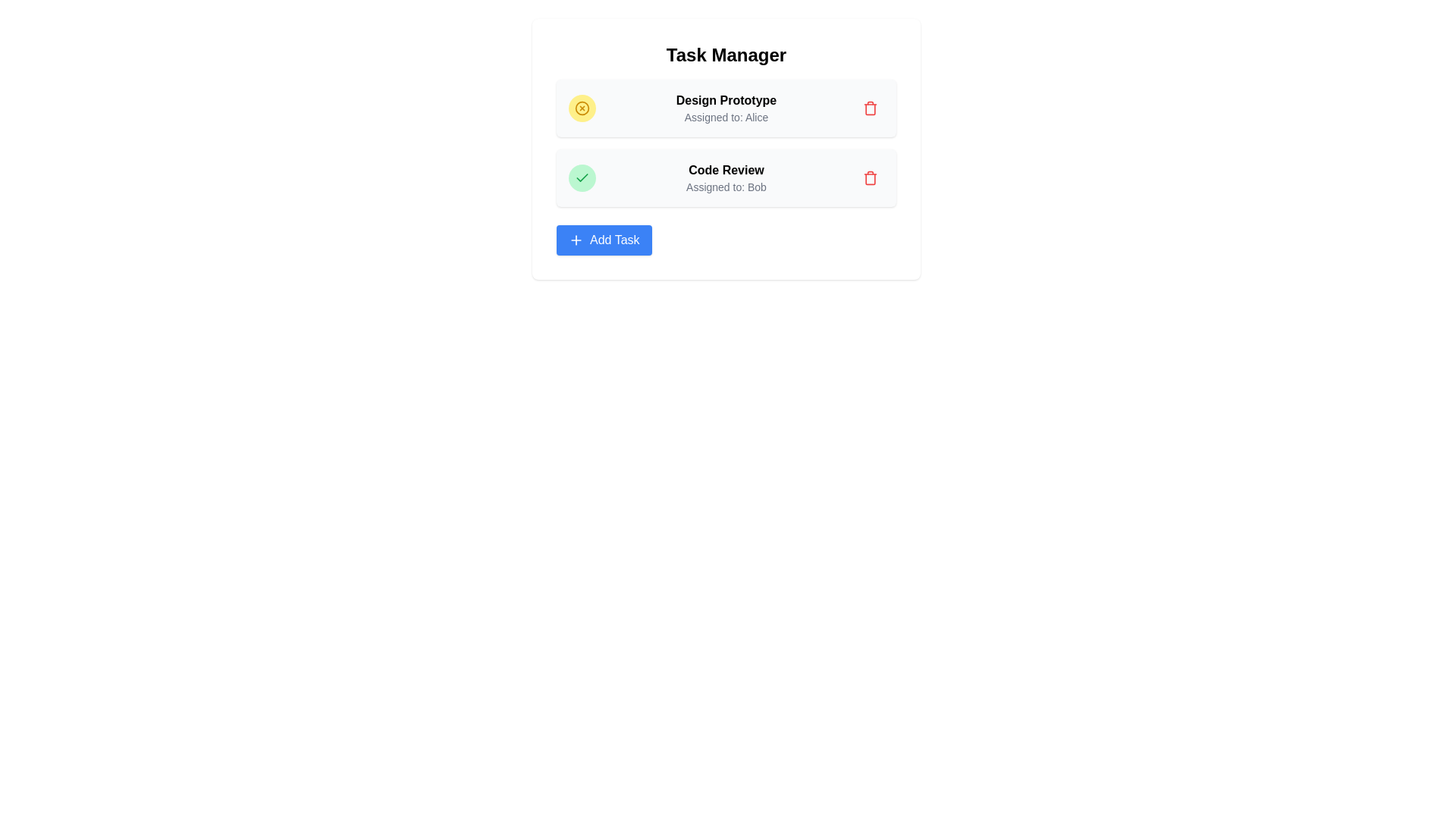 The height and width of the screenshot is (819, 1456). What do you see at coordinates (575, 239) in the screenshot?
I see `the icon within the blue 'Add Task' button located at the bottom of the task management interface, which serves as a visual cue for adding a new task` at bounding box center [575, 239].